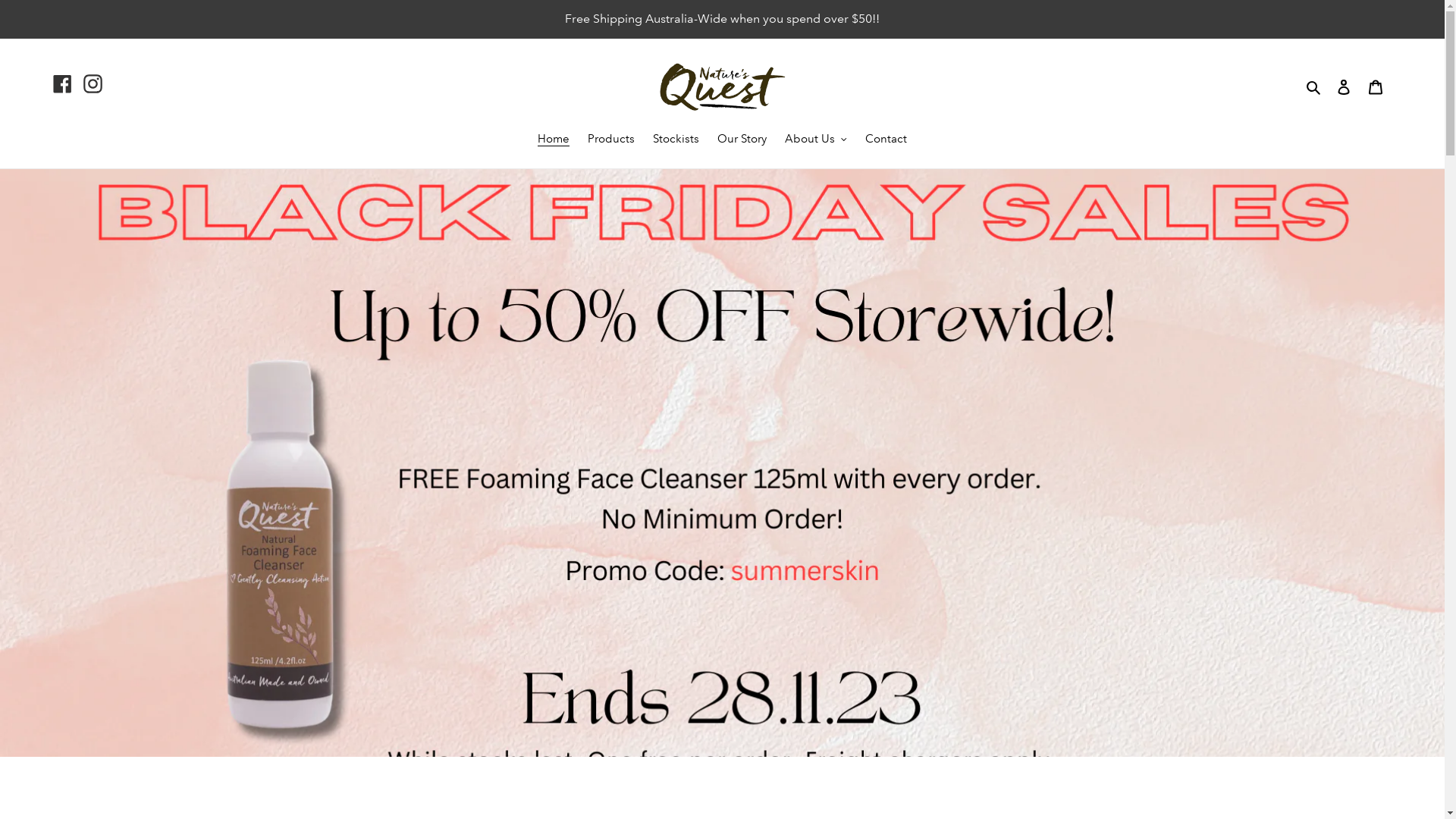 The image size is (1456, 819). What do you see at coordinates (1313, 86) in the screenshot?
I see `'Search'` at bounding box center [1313, 86].